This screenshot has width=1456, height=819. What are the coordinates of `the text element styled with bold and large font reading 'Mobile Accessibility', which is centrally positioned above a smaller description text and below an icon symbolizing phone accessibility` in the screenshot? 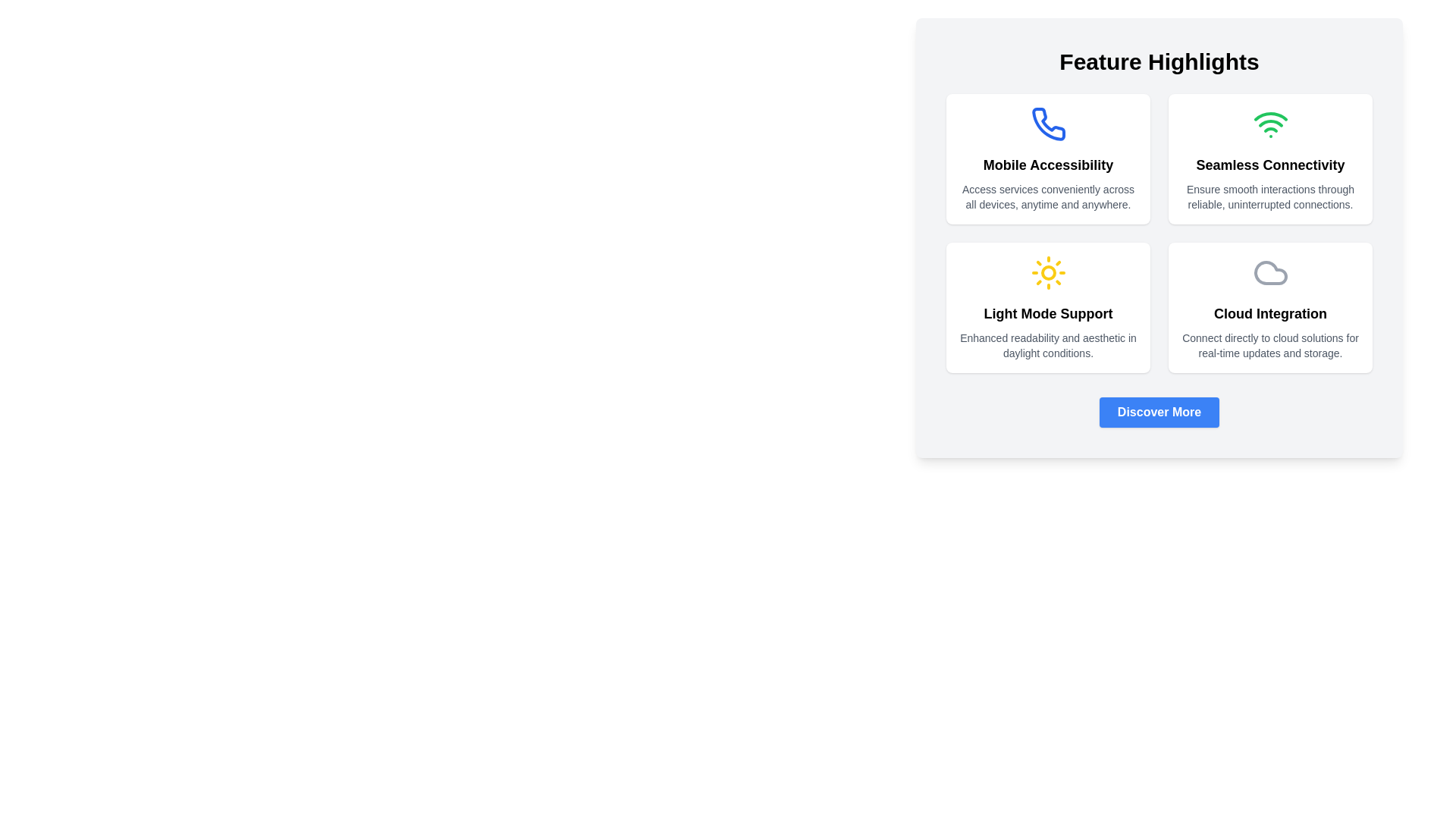 It's located at (1047, 165).